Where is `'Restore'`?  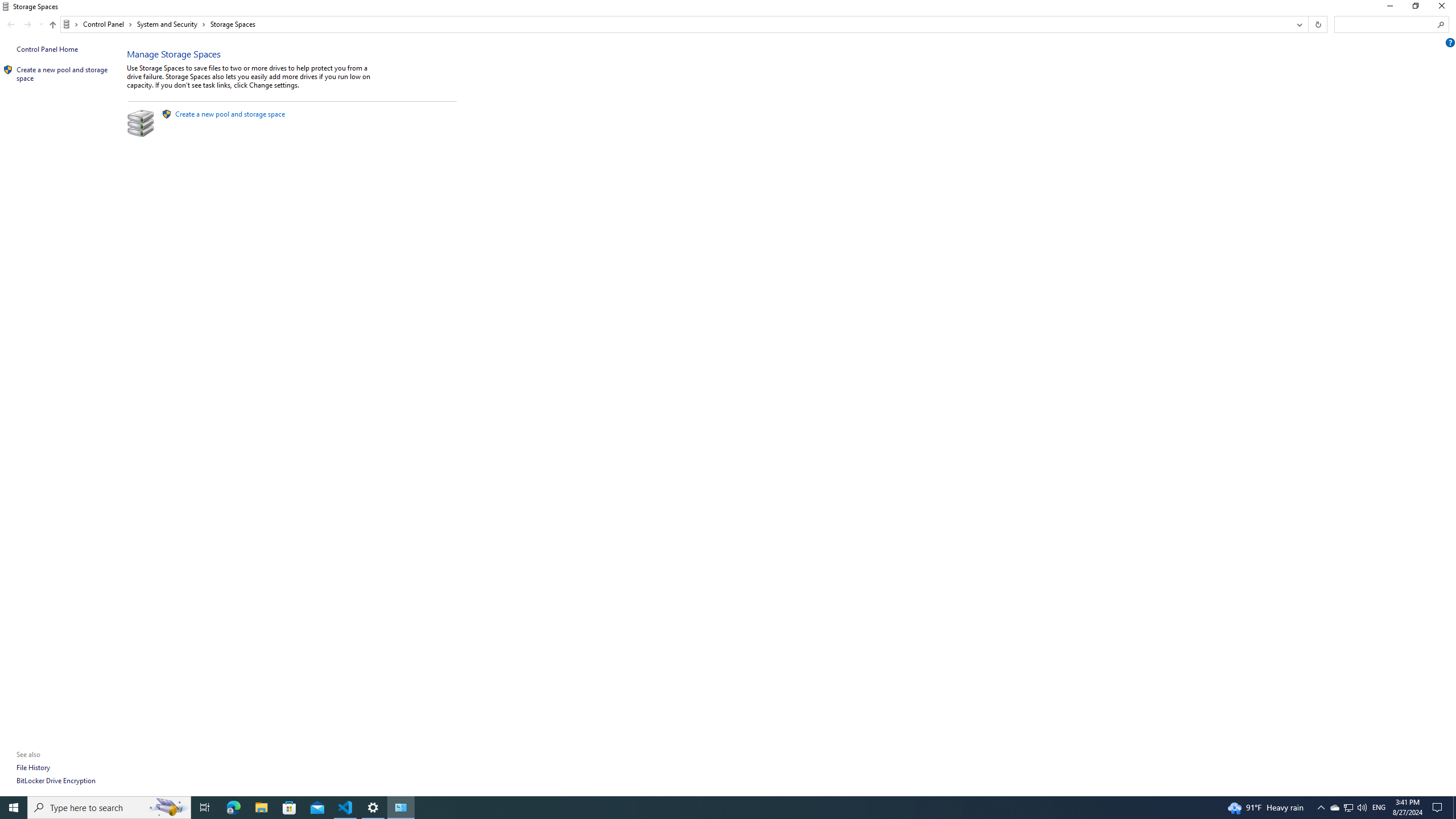
'Restore' is located at coordinates (1414, 9).